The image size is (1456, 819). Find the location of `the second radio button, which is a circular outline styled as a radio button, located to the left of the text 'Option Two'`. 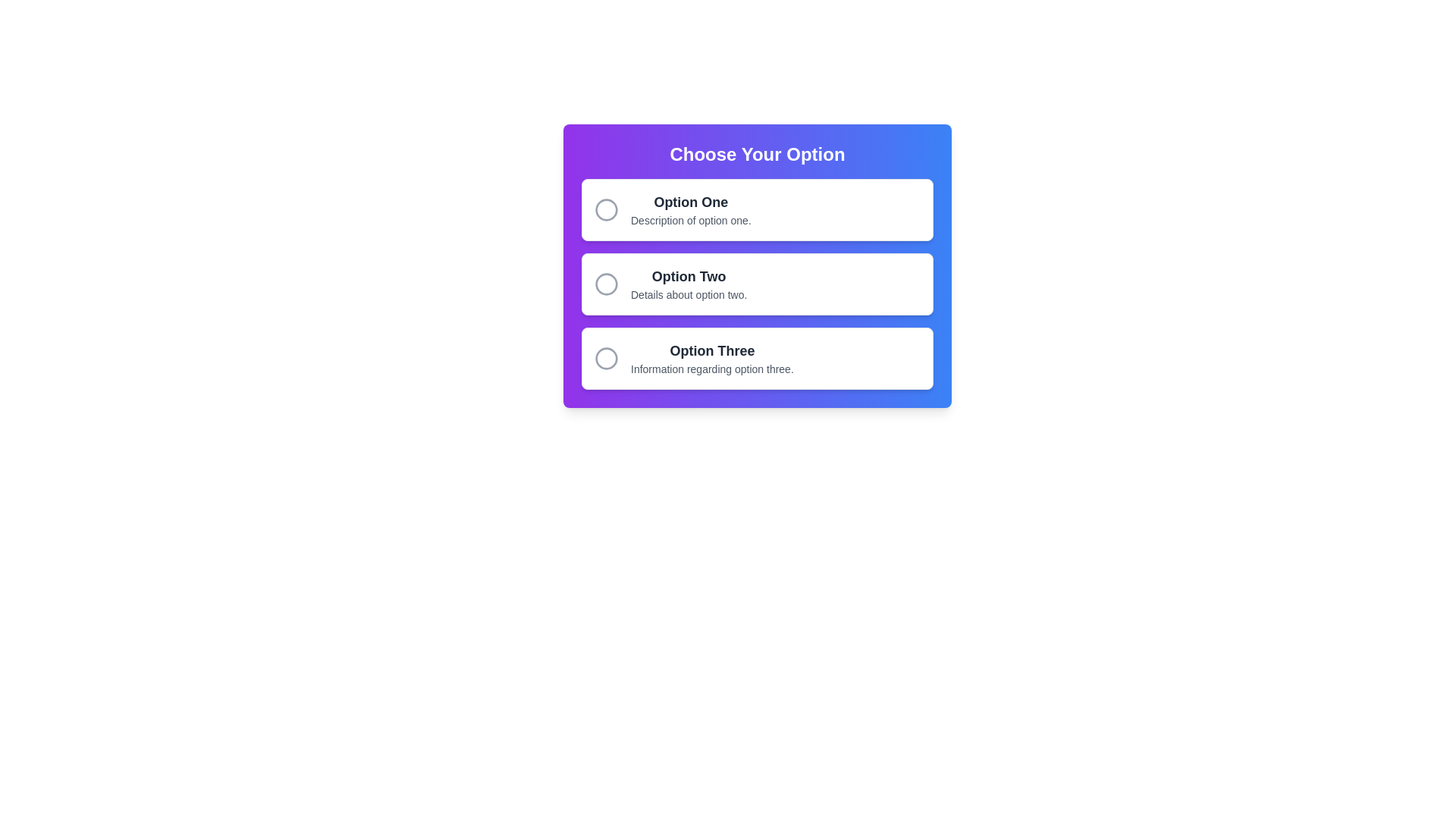

the second radio button, which is a circular outline styled as a radio button, located to the left of the text 'Option Two' is located at coordinates (607, 284).